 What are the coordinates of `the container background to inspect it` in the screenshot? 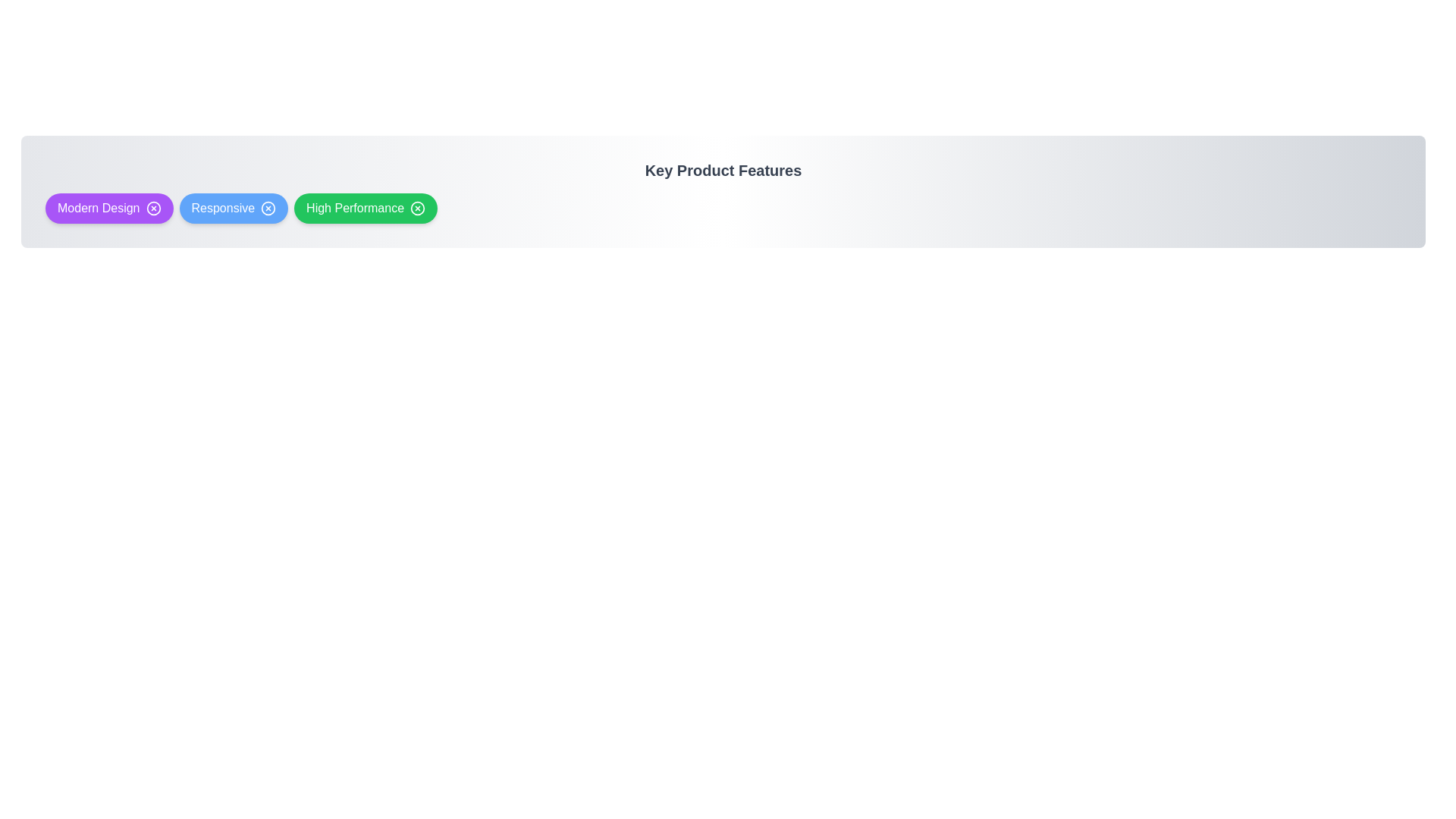 It's located at (723, 191).